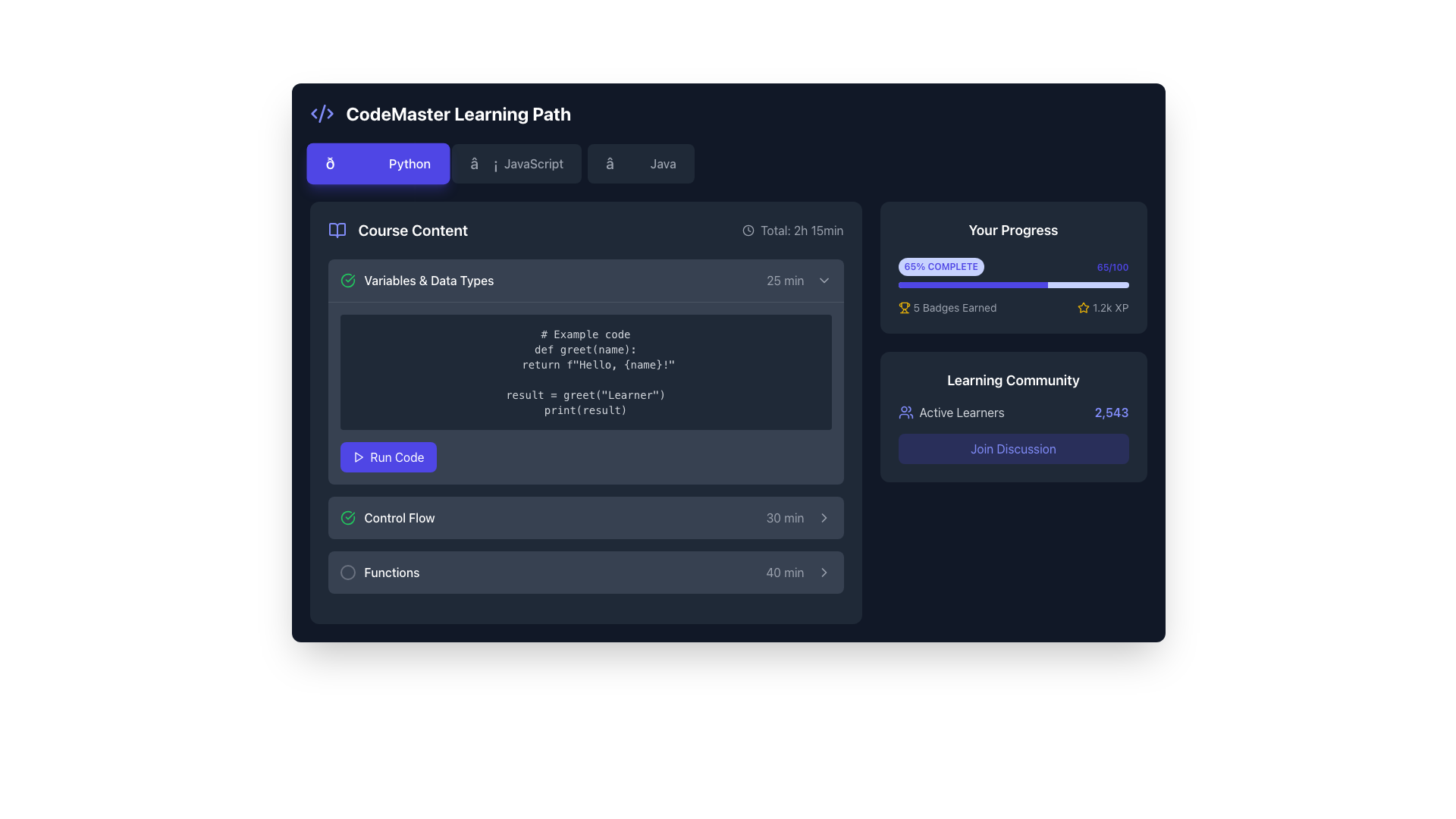  I want to click on the 'Run Code' text label on the purple button located at the bottom left of the 'Variables & Data Types' section, so click(397, 456).